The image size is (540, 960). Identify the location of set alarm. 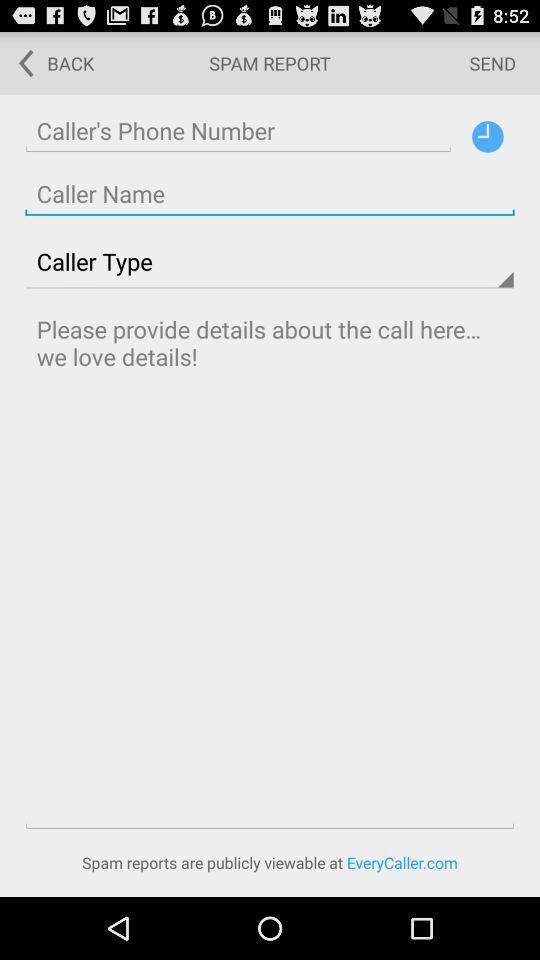
(486, 135).